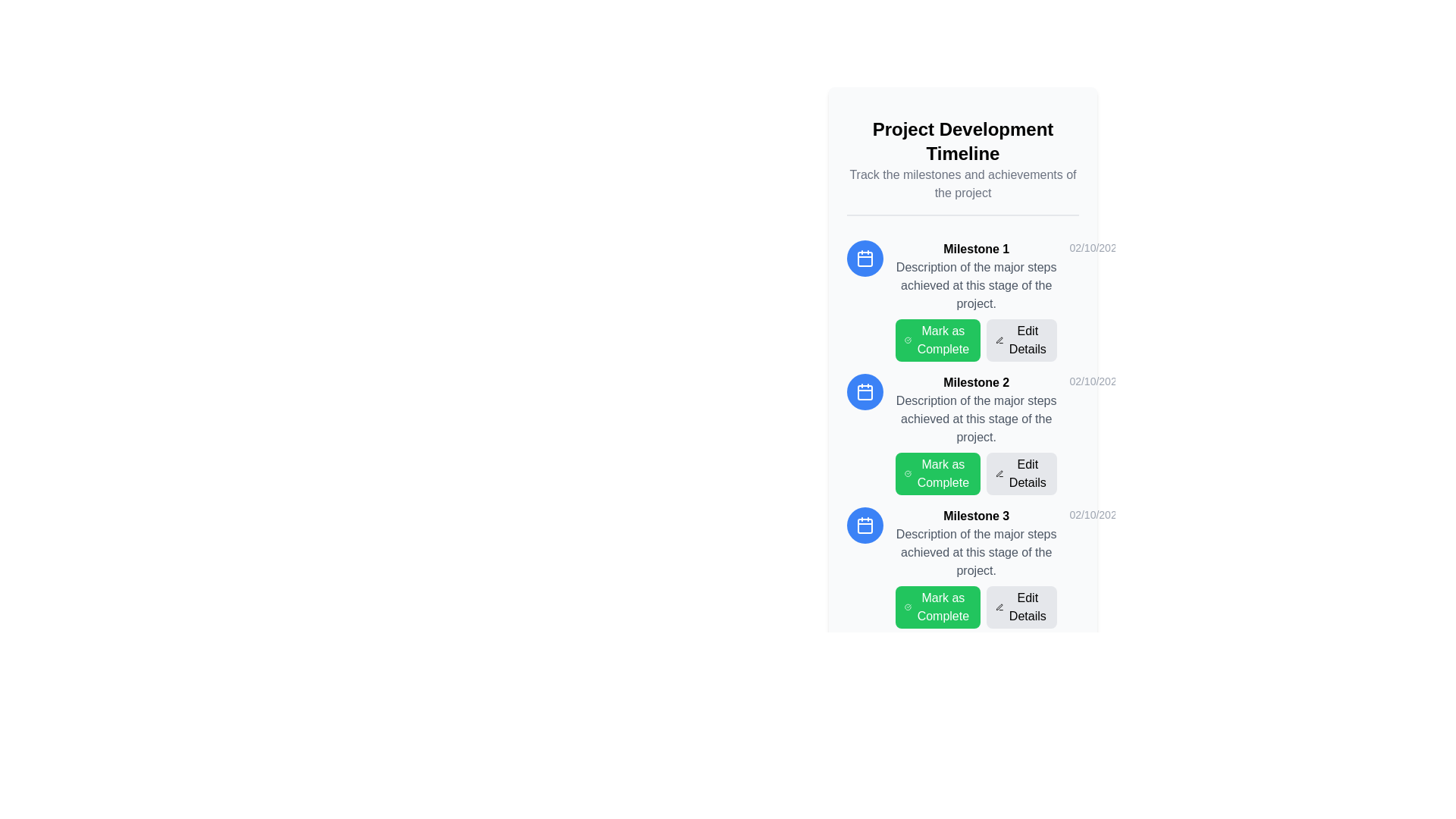 The width and height of the screenshot is (1456, 819). What do you see at coordinates (1022, 472) in the screenshot?
I see `the 'Edit Details' button with a light gray background and a pen icon, located to the right of the 'Mark as Complete' button, associated with the second milestone entry` at bounding box center [1022, 472].